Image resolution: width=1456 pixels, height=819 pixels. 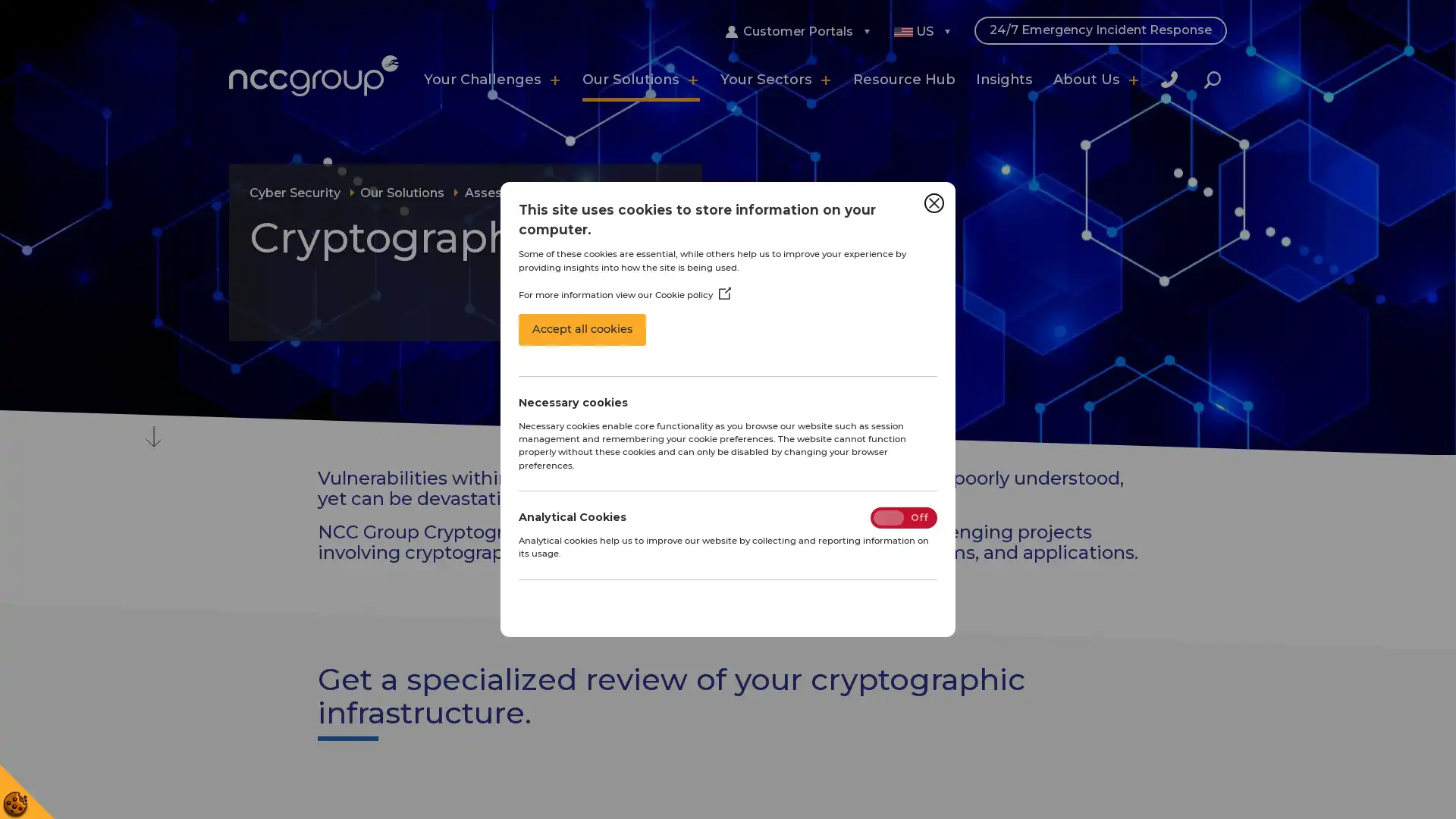 What do you see at coordinates (582, 328) in the screenshot?
I see `Accept all cookies` at bounding box center [582, 328].